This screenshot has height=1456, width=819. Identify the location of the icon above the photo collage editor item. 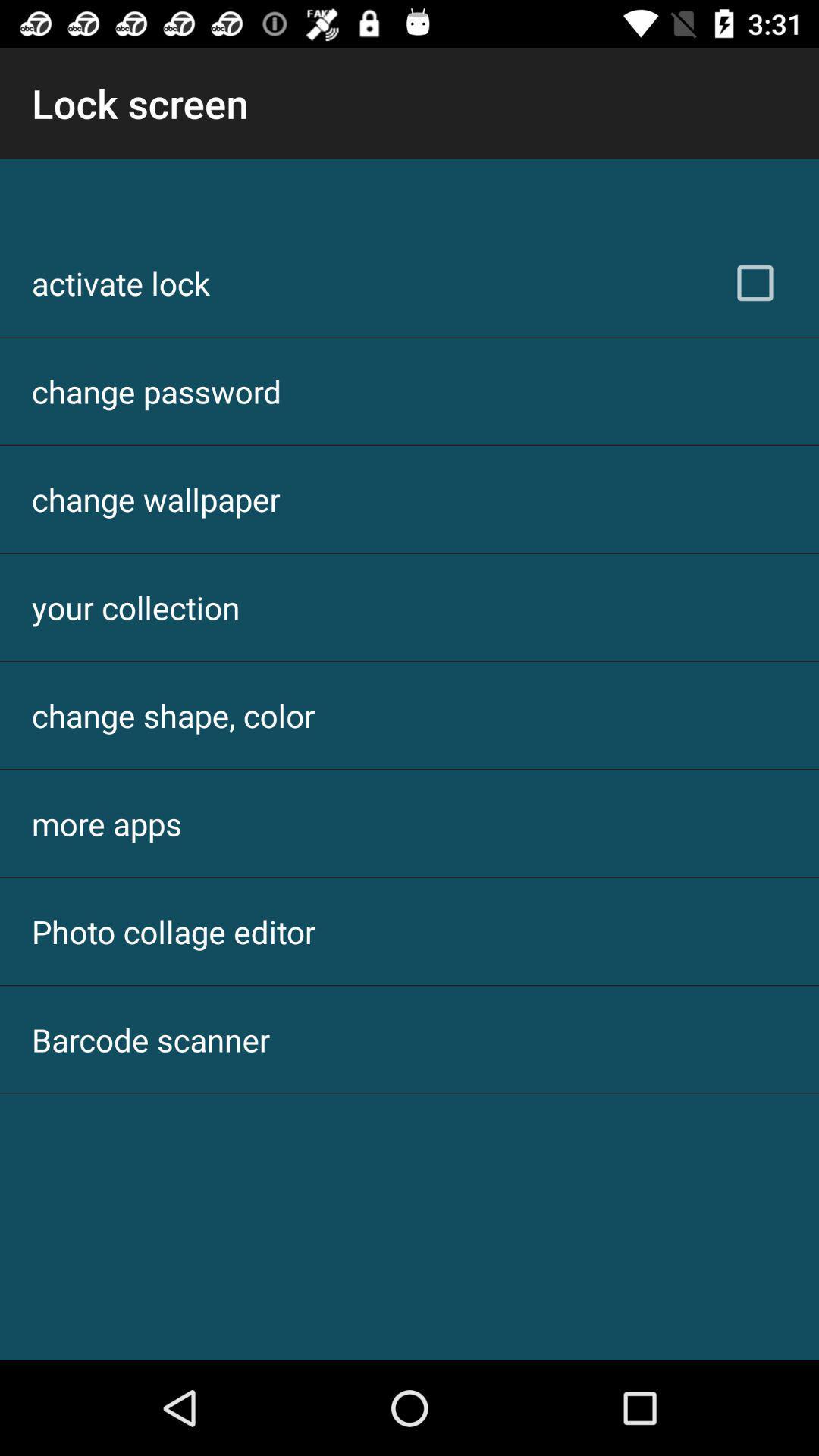
(106, 822).